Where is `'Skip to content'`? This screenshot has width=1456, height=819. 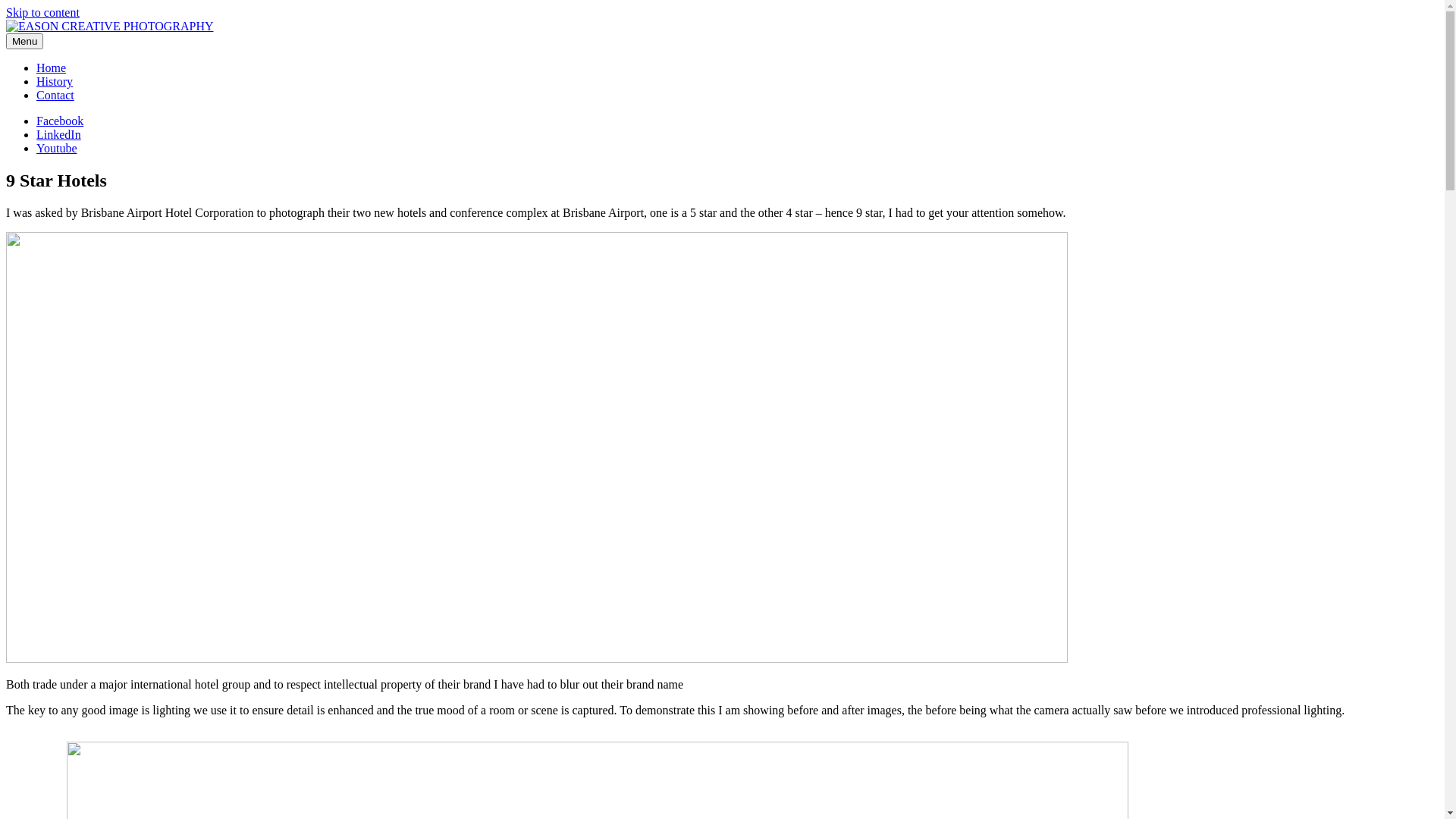 'Skip to content' is located at coordinates (42, 12).